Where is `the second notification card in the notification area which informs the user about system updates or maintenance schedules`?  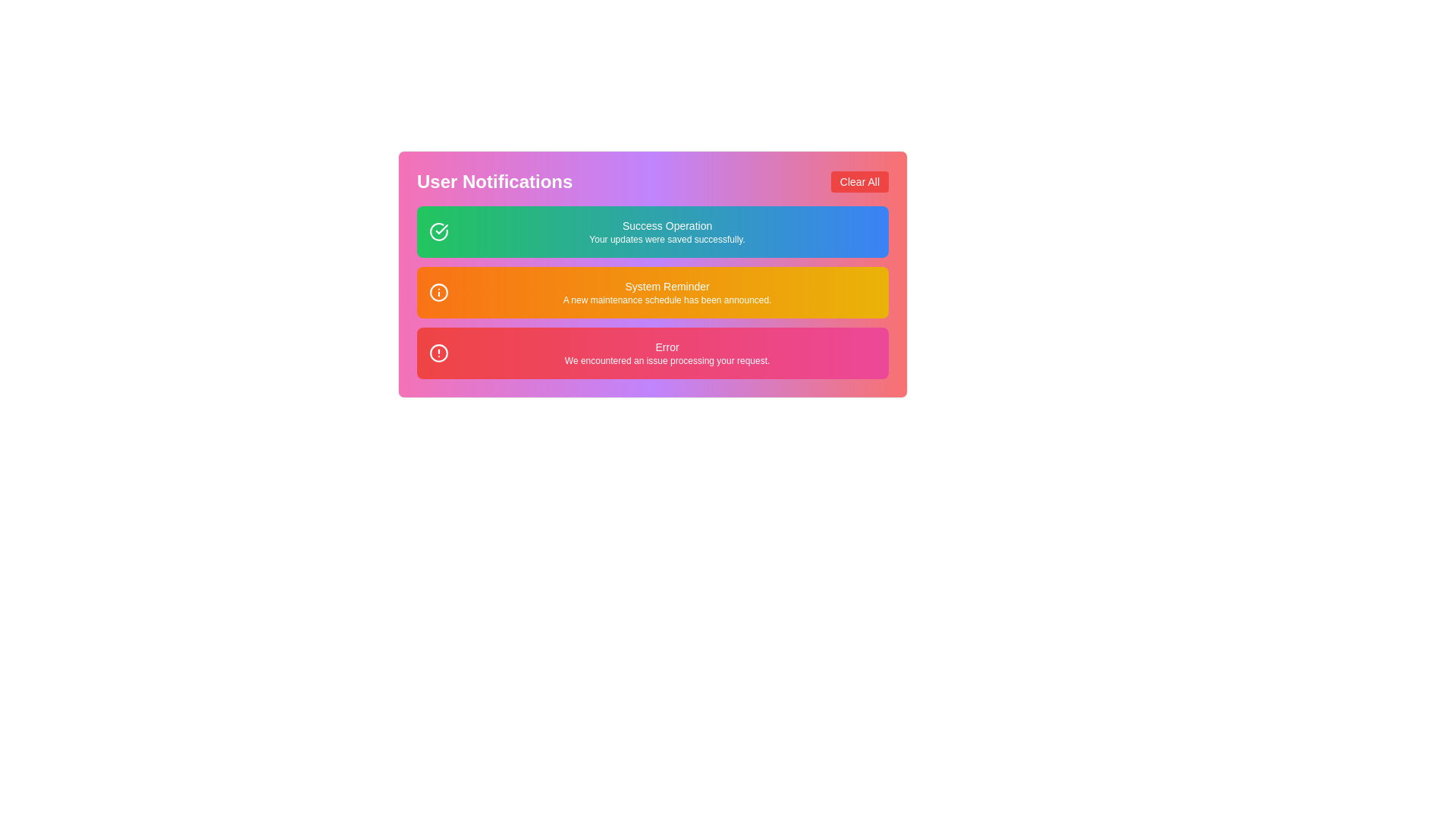 the second notification card in the notification area which informs the user about system updates or maintenance schedules is located at coordinates (652, 292).